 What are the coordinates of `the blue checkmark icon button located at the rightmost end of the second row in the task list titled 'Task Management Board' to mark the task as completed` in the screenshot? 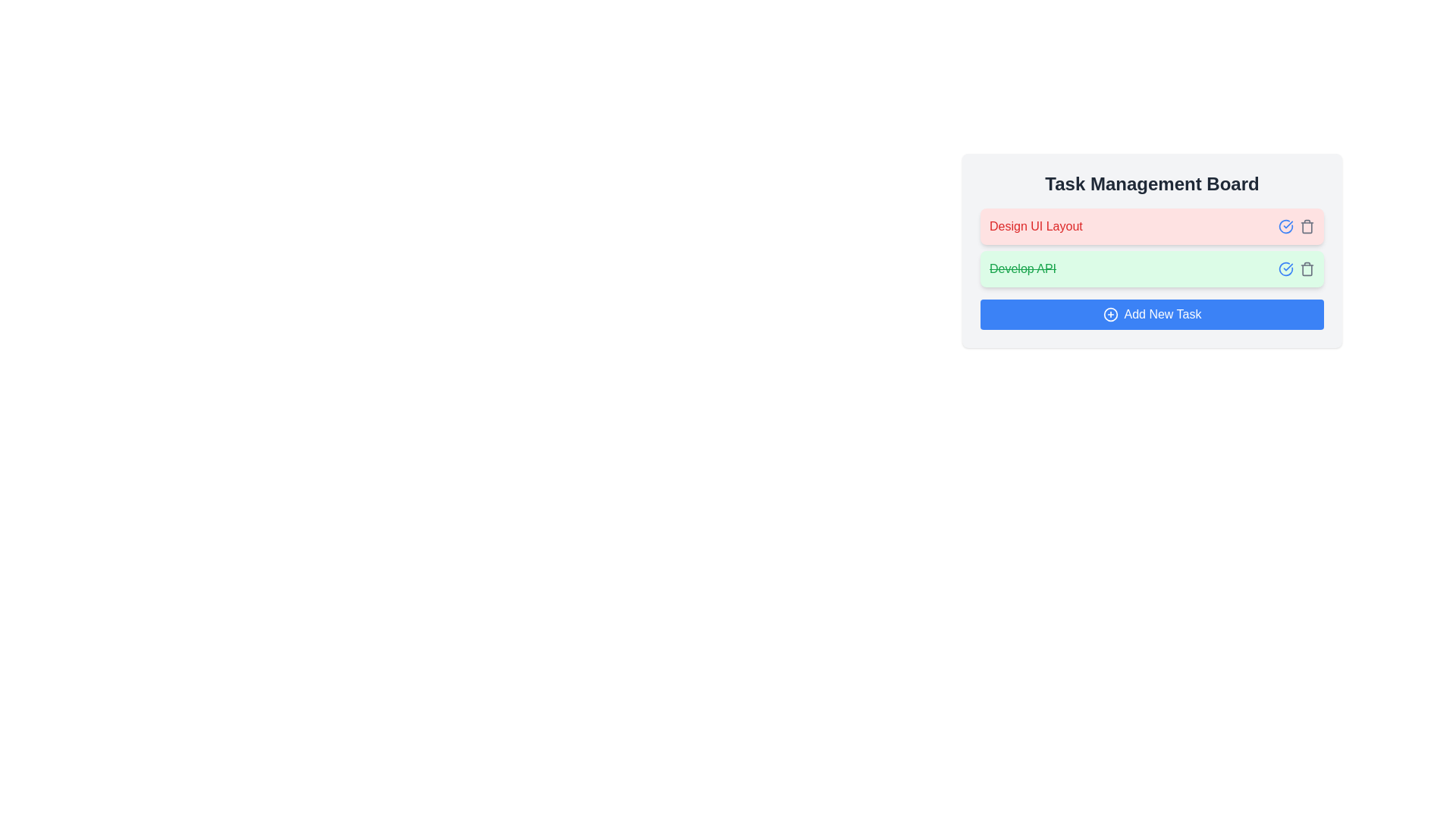 It's located at (1285, 227).